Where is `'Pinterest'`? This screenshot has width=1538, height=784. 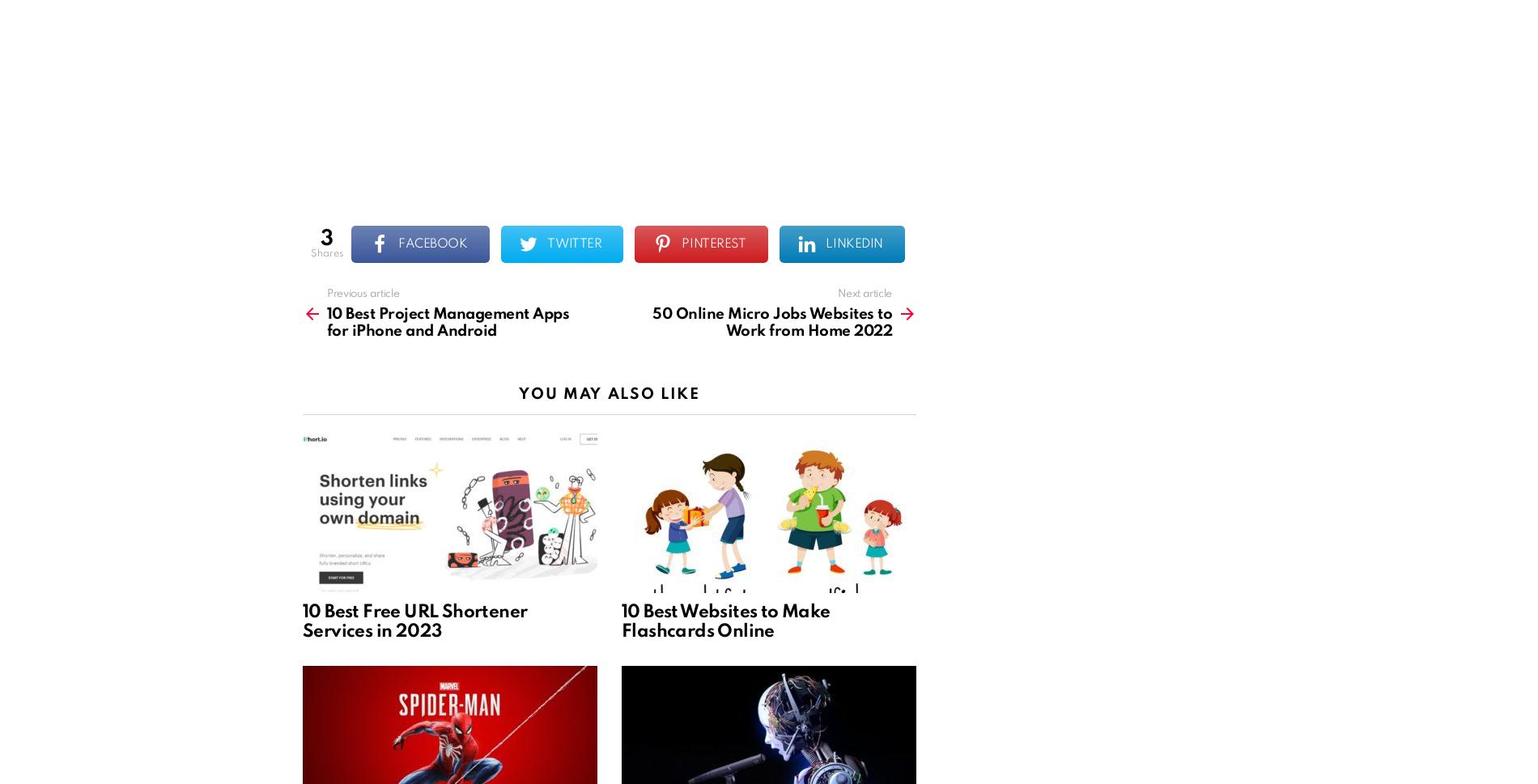
'Pinterest' is located at coordinates (712, 244).